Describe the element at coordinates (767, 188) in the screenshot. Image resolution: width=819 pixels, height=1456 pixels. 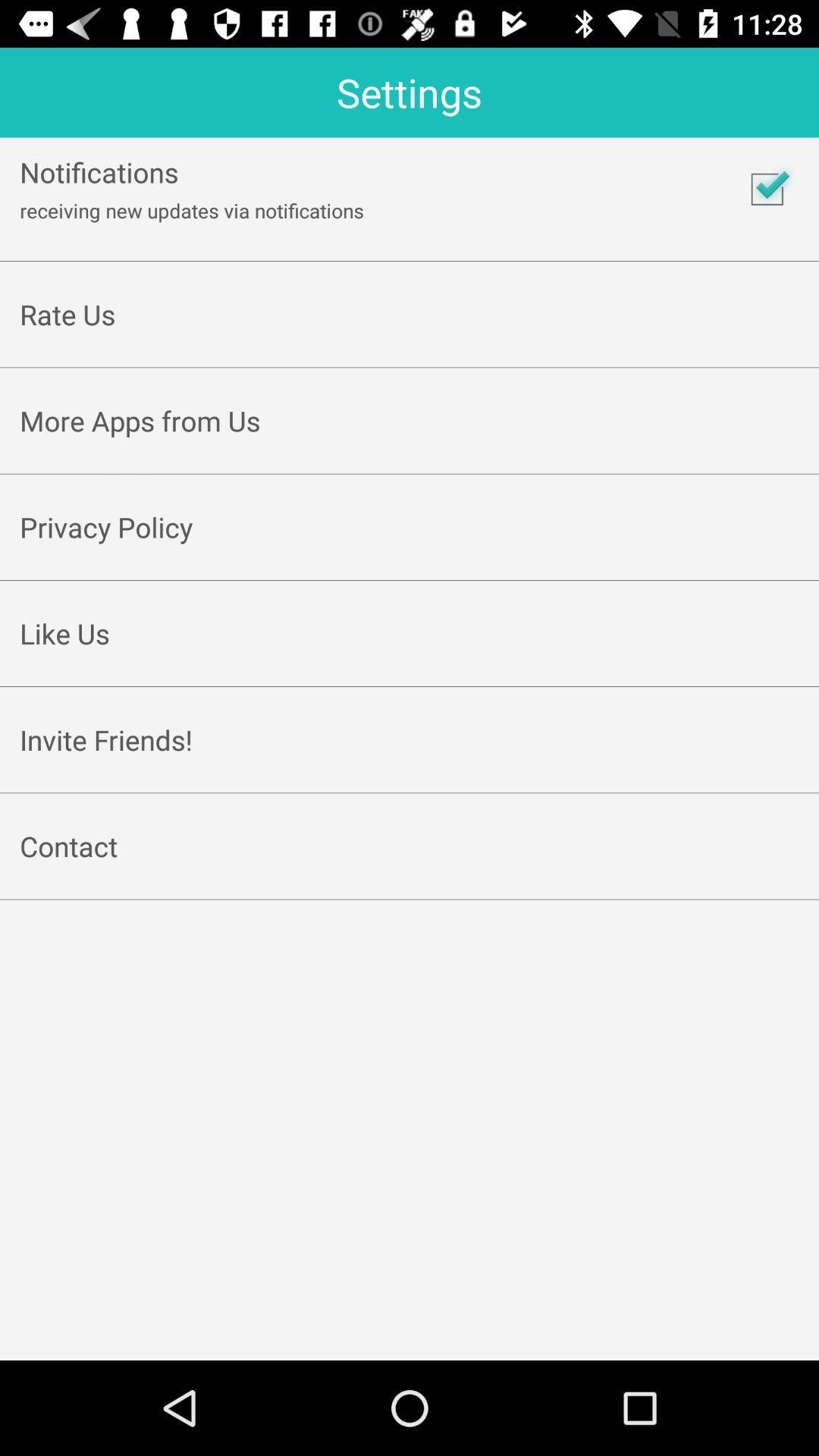
I see `correct` at that location.